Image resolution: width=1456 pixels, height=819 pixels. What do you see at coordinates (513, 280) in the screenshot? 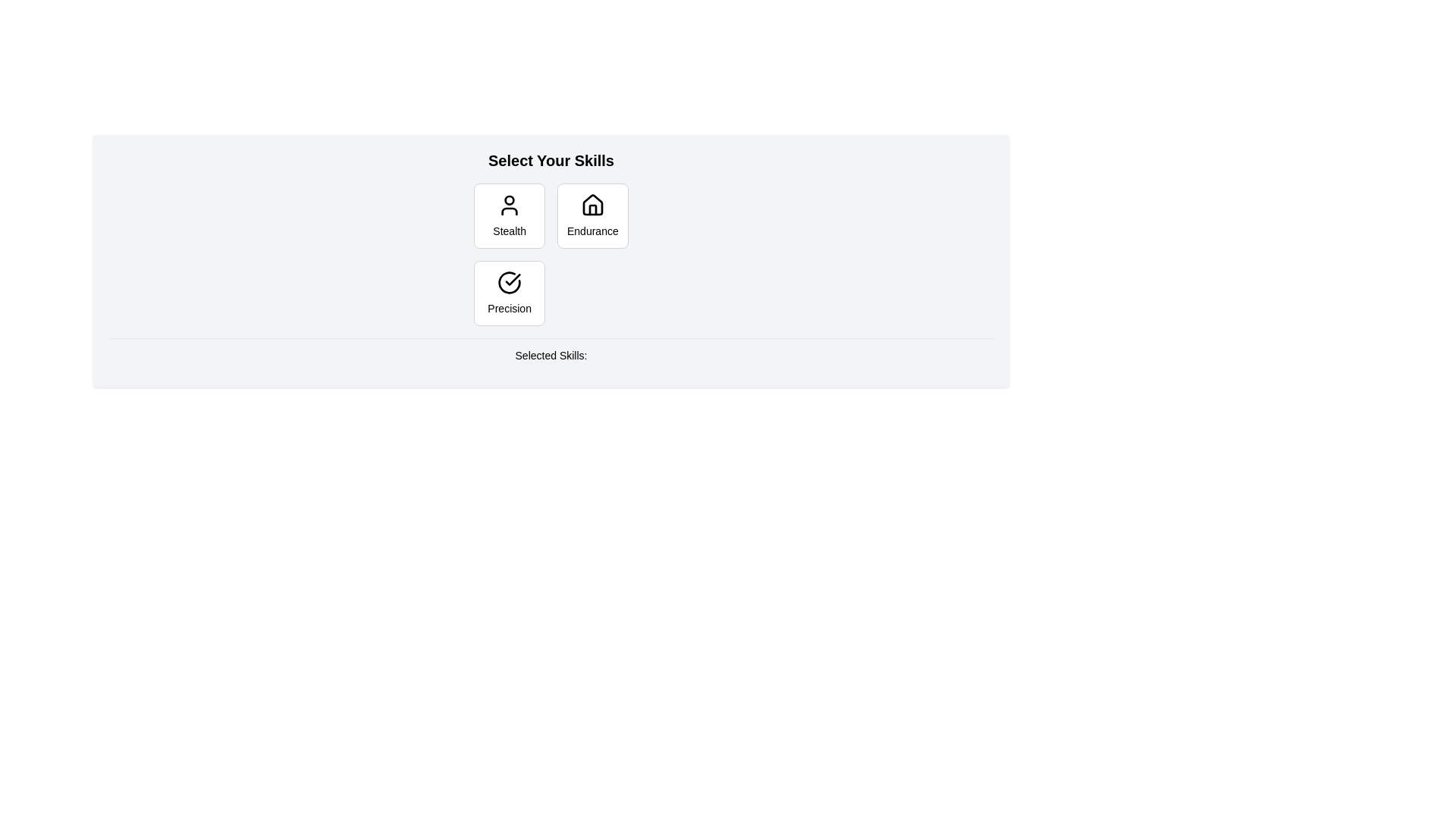
I see `the checkmark graphical icon component located in the lower segment of the circular graphic` at bounding box center [513, 280].